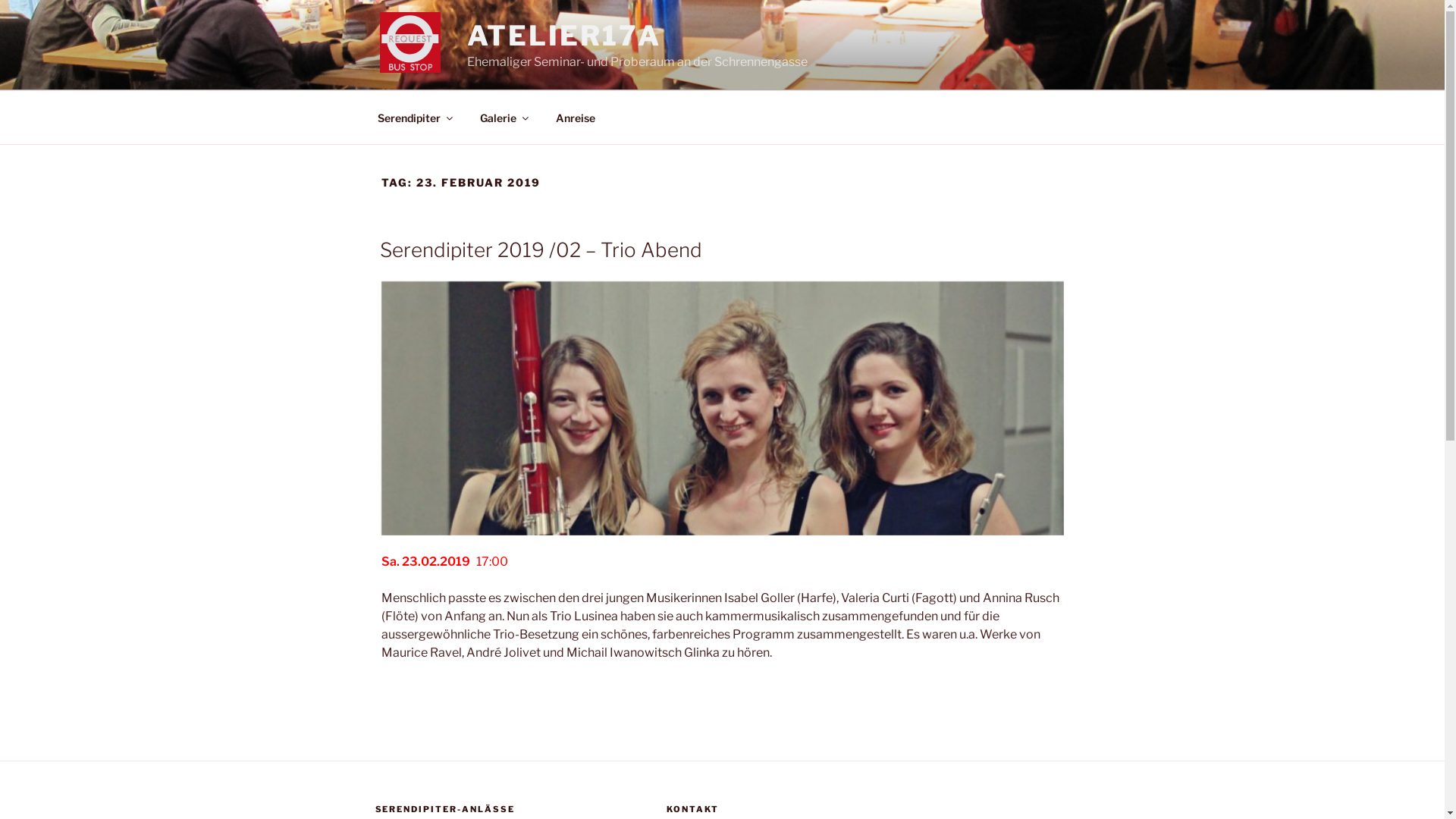  I want to click on 'Serendipiter', so click(414, 116).